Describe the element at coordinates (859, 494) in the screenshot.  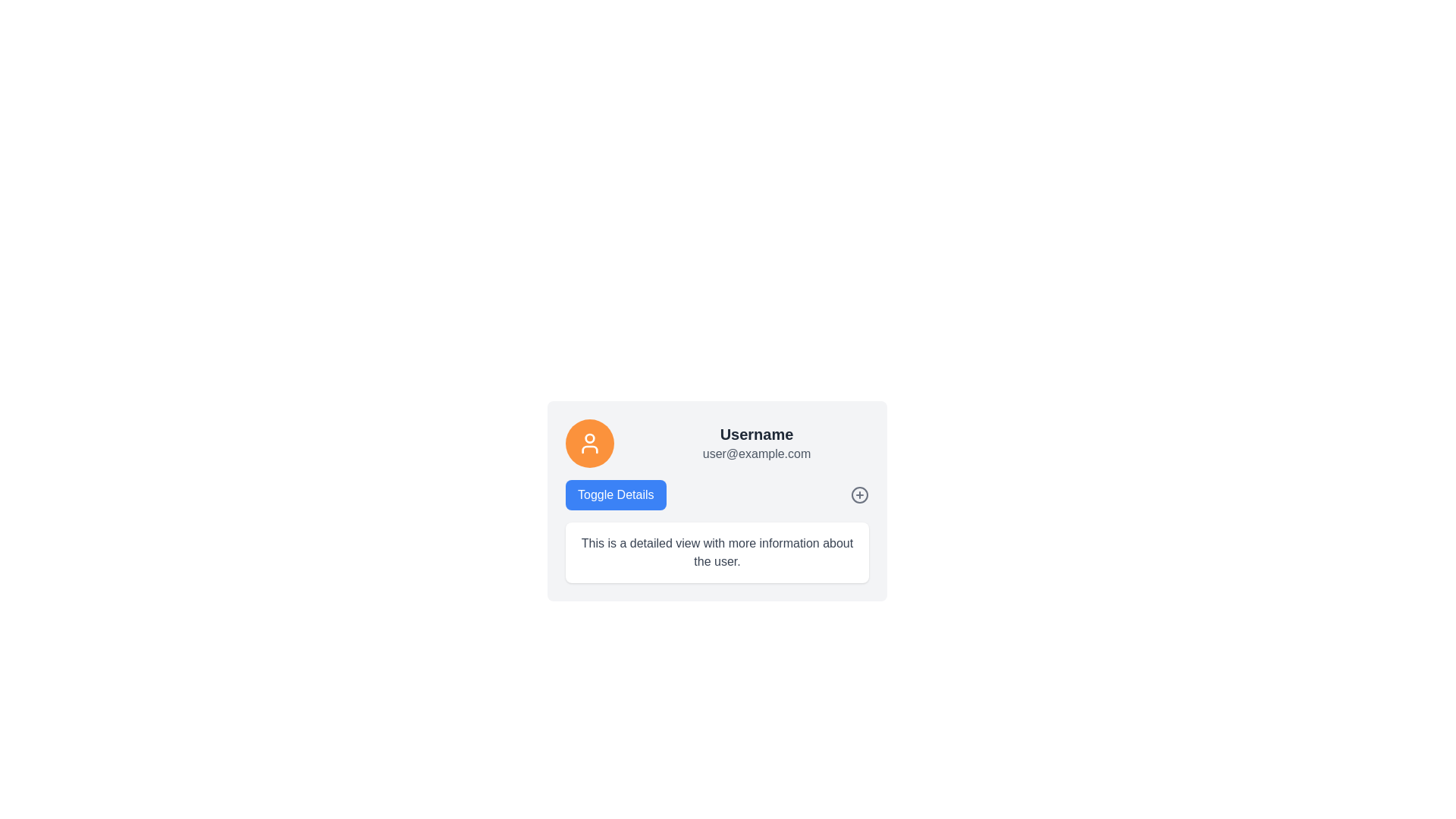
I see `the icon button positioned to the right of the 'Toggle Details' button` at that location.